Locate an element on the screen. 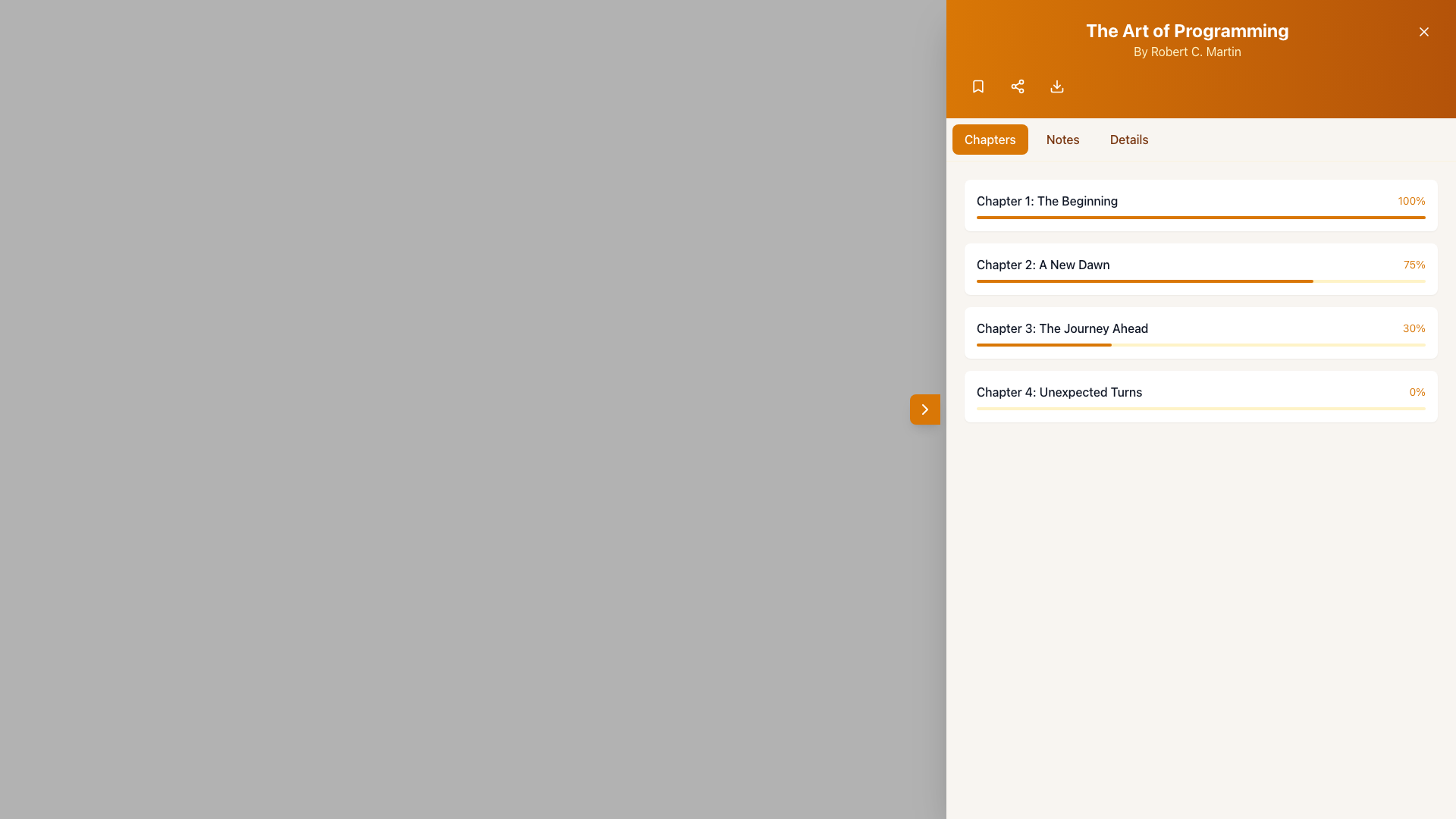 The image size is (1456, 819). the share icon button located to the right of the header section labeled 'The Art of Programming' is located at coordinates (1018, 86).